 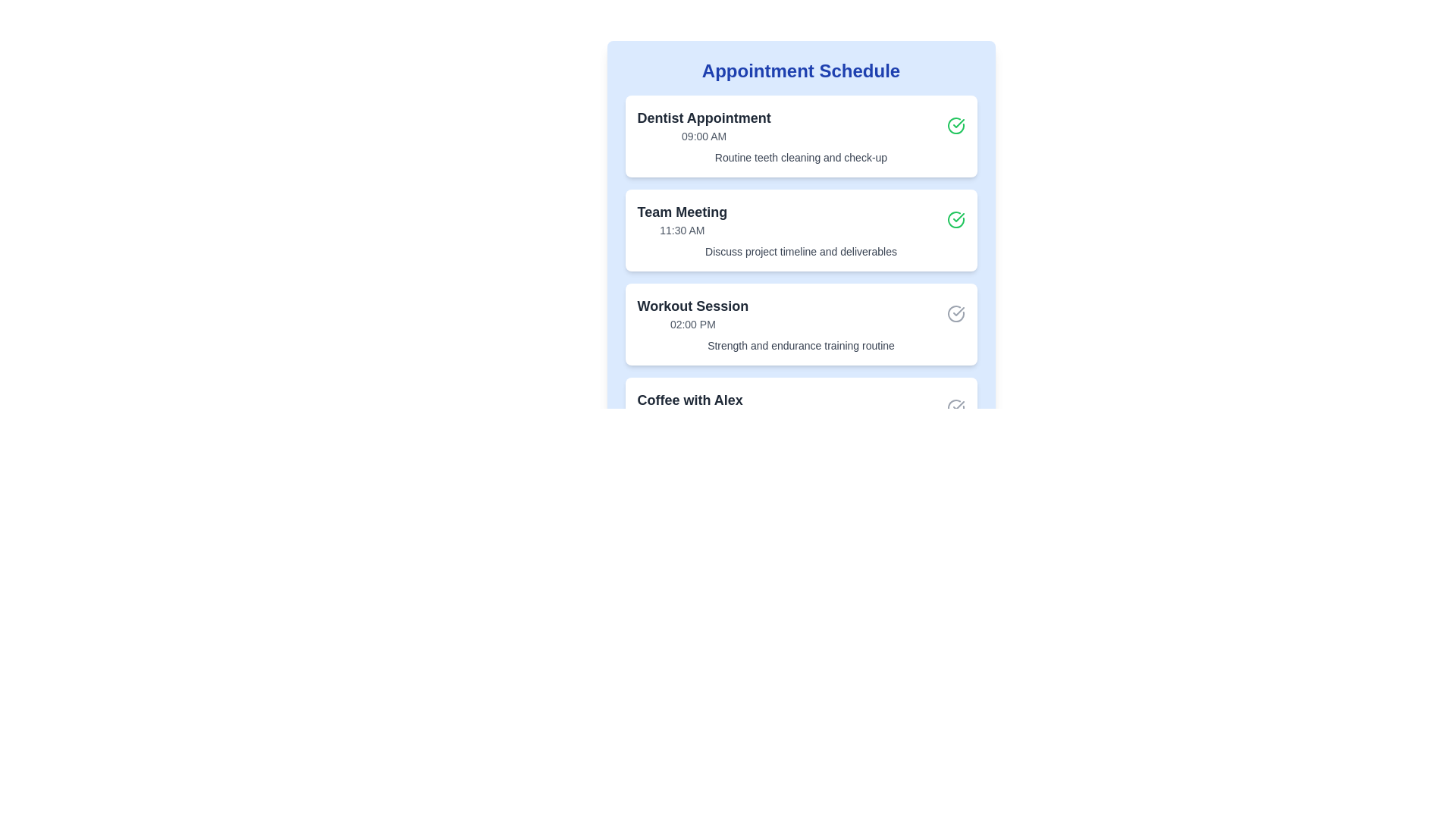 I want to click on the event or appointment card located at the bottom of the list under 'Appointment Schedule', which is the fourth item below the 'Workout Session' card, so click(x=800, y=418).